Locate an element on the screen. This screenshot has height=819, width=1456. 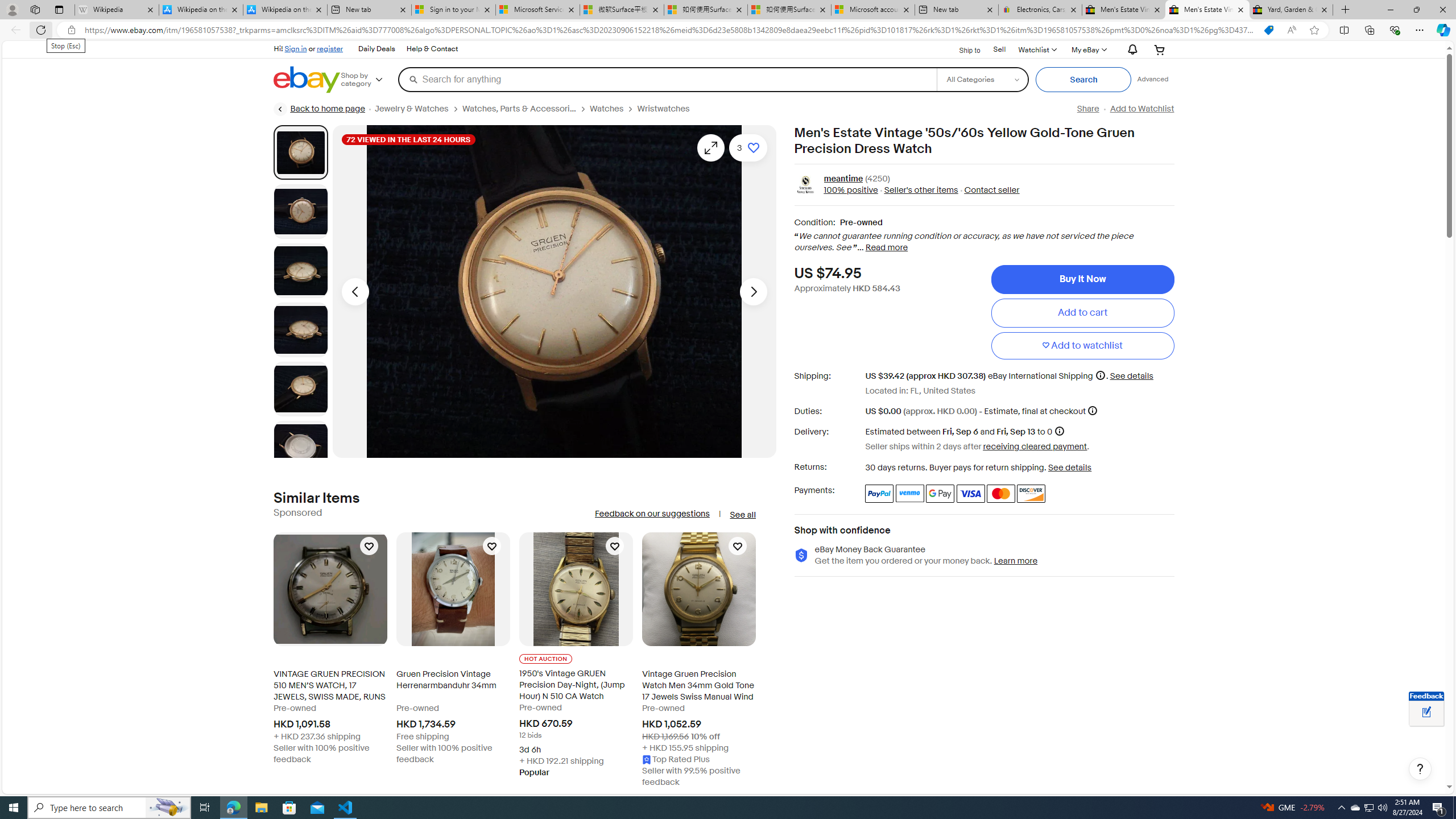
'Microsoft Services Agreement' is located at coordinates (537, 9).